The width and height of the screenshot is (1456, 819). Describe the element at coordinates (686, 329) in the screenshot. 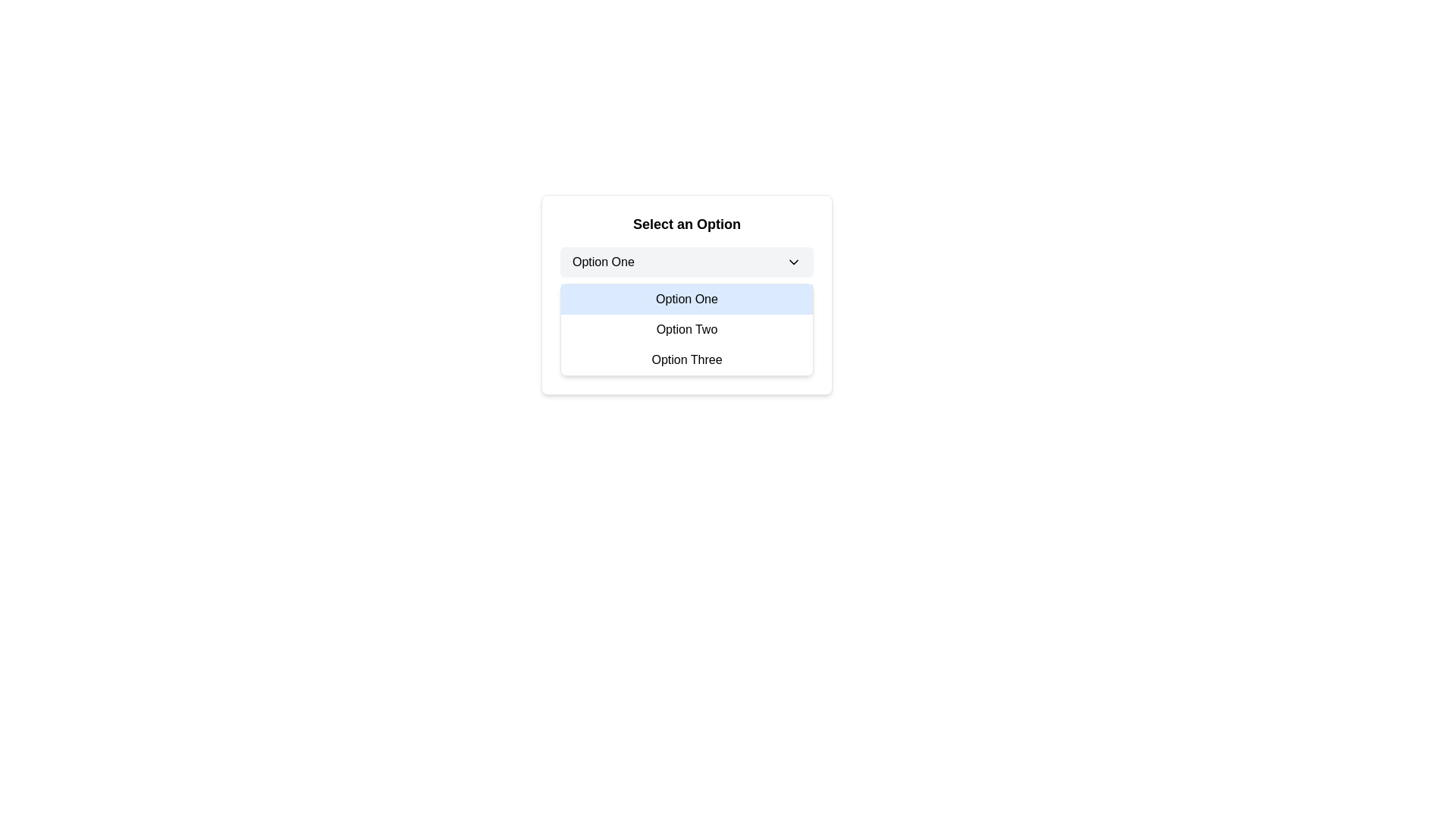

I see `the list item labeled 'Option Two'` at that location.